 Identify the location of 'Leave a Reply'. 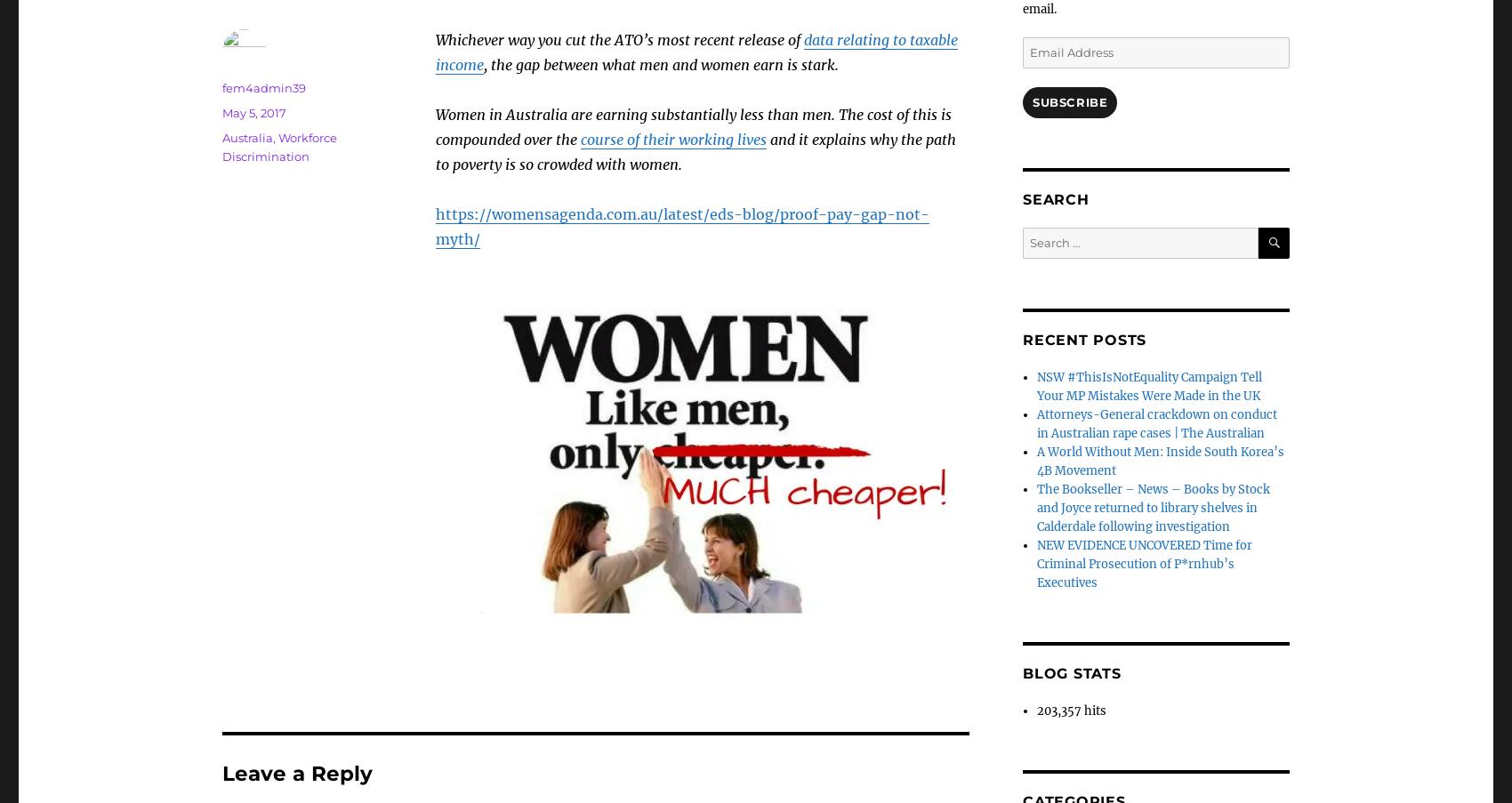
(296, 774).